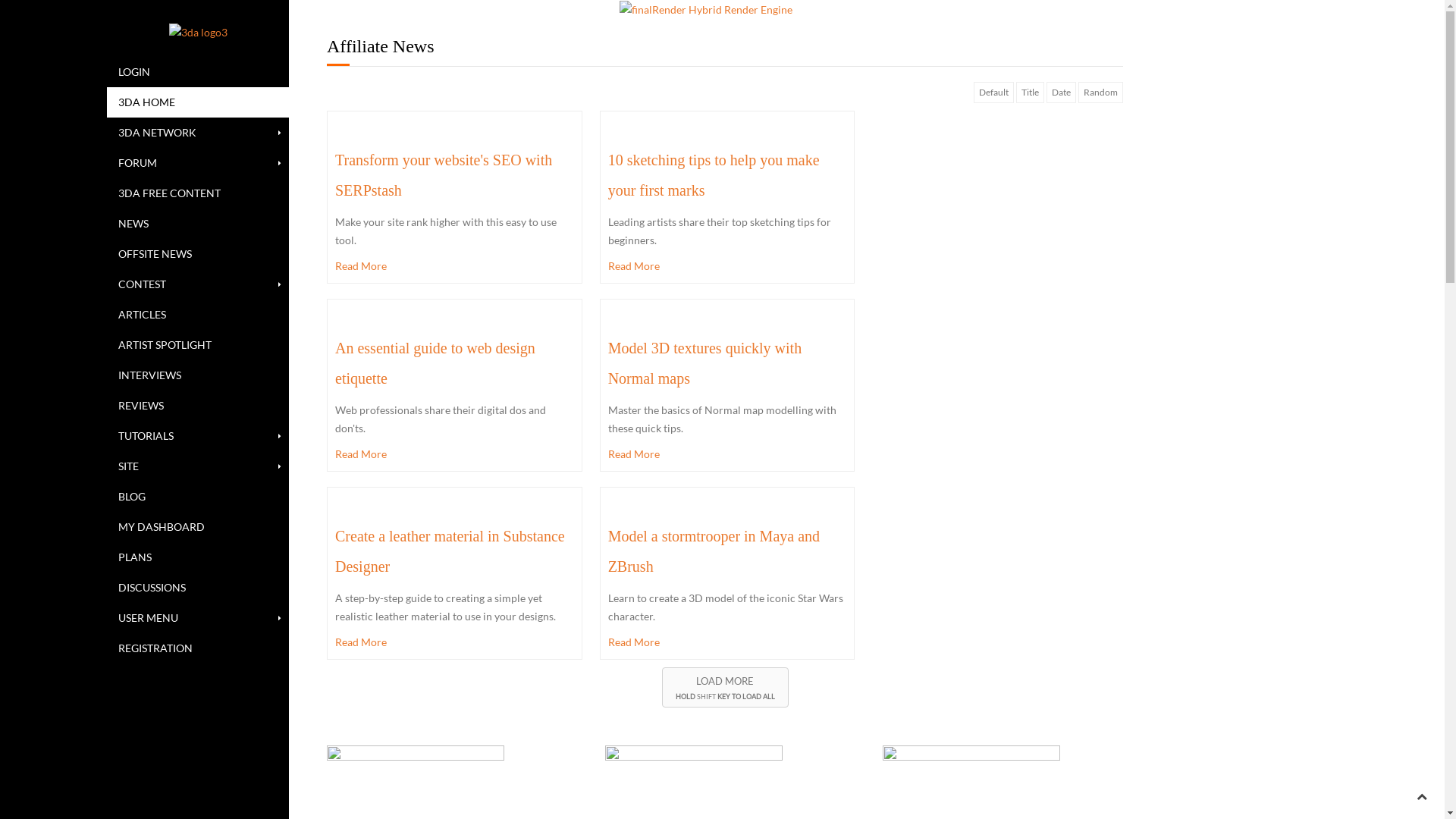 Image resolution: width=1456 pixels, height=819 pixels. Describe the element at coordinates (453, 642) in the screenshot. I see `'Read More'` at that location.